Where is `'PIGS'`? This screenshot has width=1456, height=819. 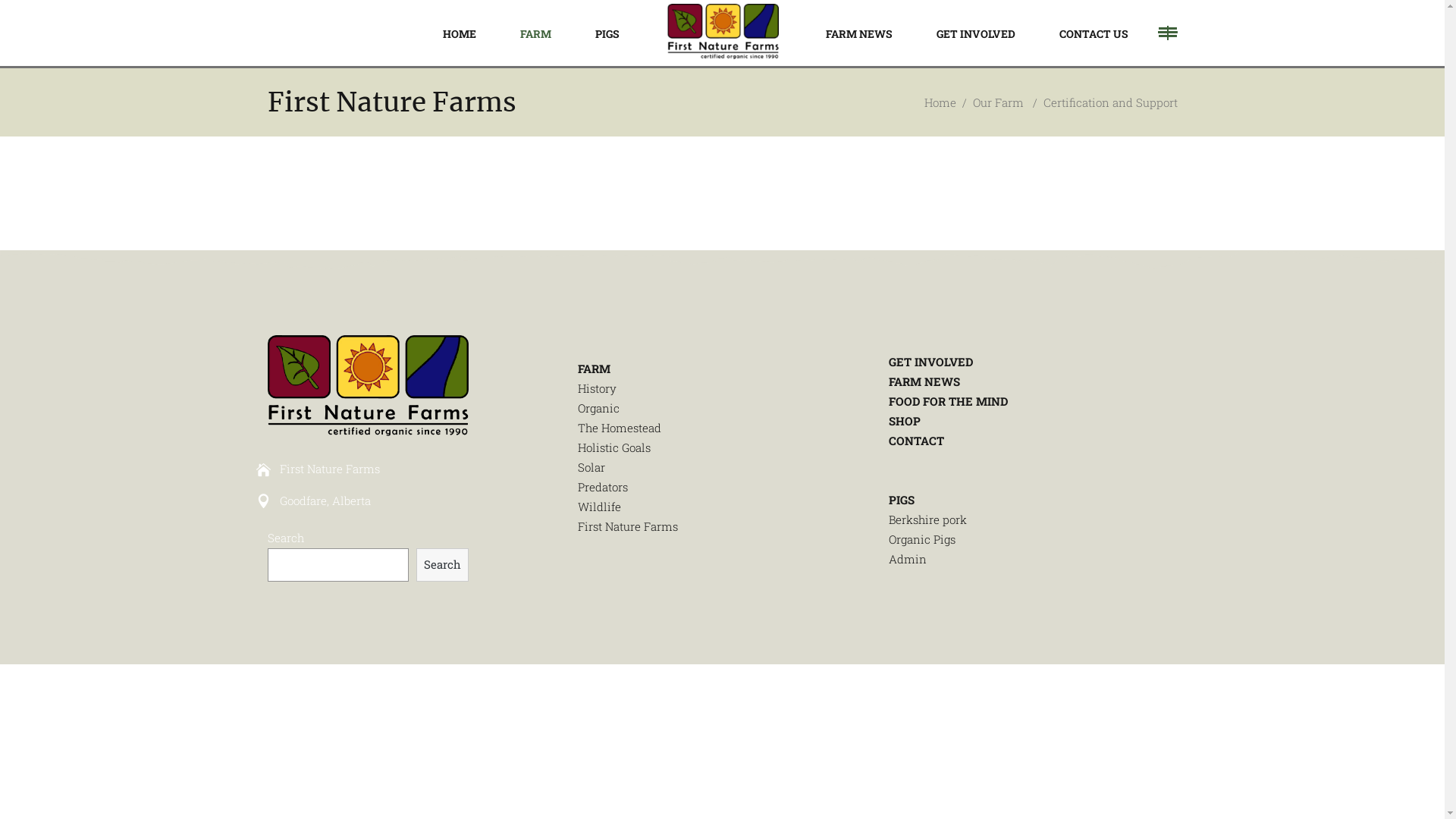 'PIGS' is located at coordinates (607, 33).